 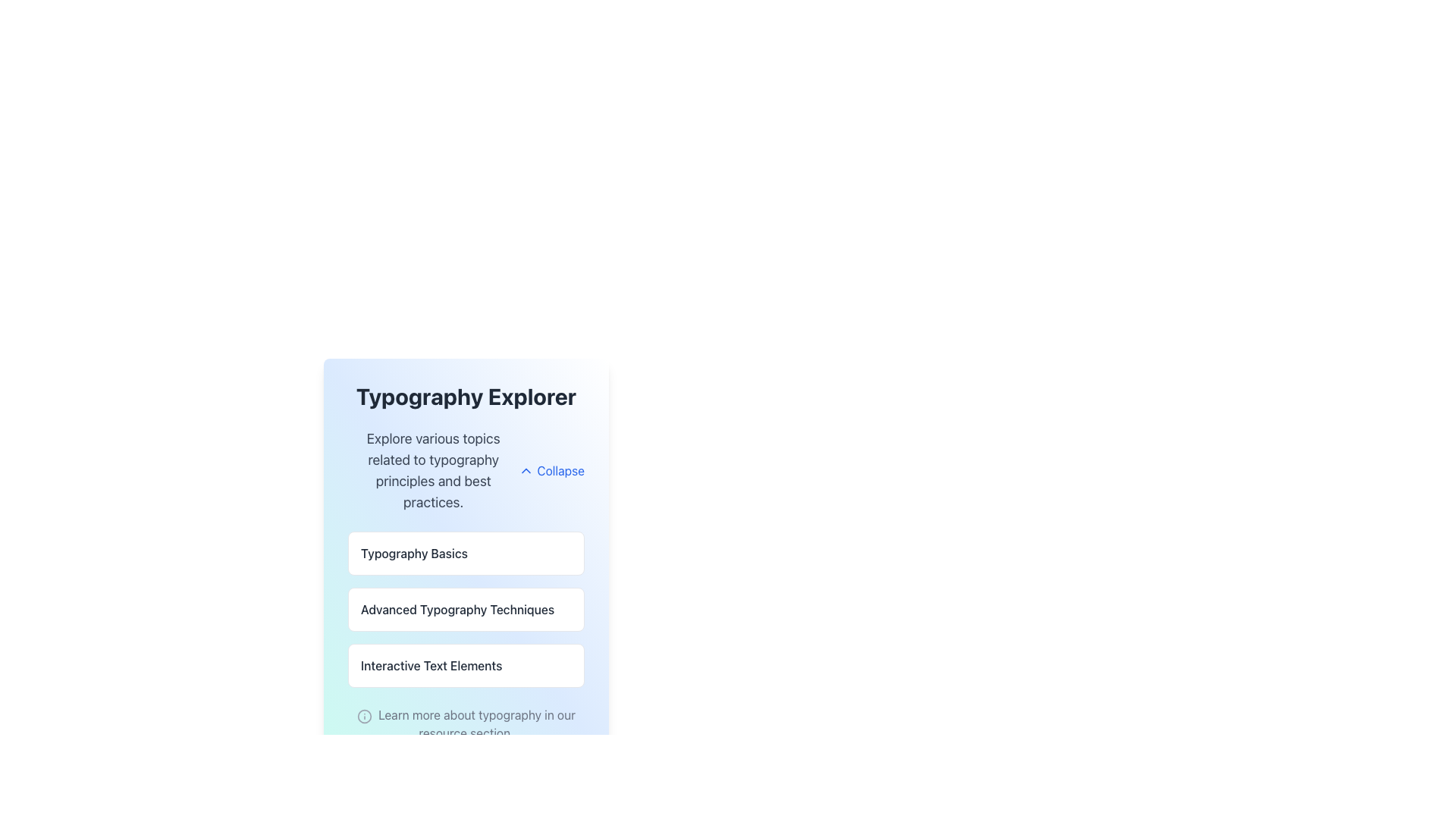 What do you see at coordinates (465, 608) in the screenshot?
I see `the central Menu/List element located below the 'Typography Explorer' title using keyboard navigation` at bounding box center [465, 608].